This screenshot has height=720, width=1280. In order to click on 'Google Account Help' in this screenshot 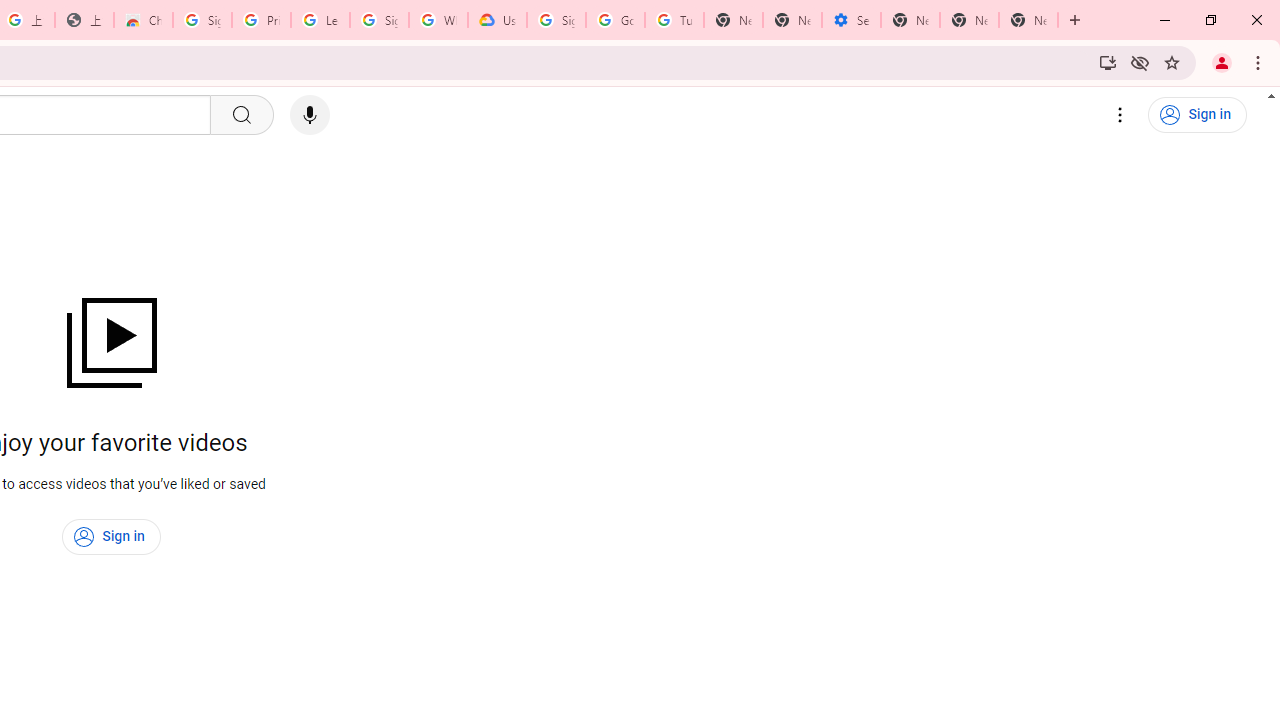, I will do `click(614, 20)`.